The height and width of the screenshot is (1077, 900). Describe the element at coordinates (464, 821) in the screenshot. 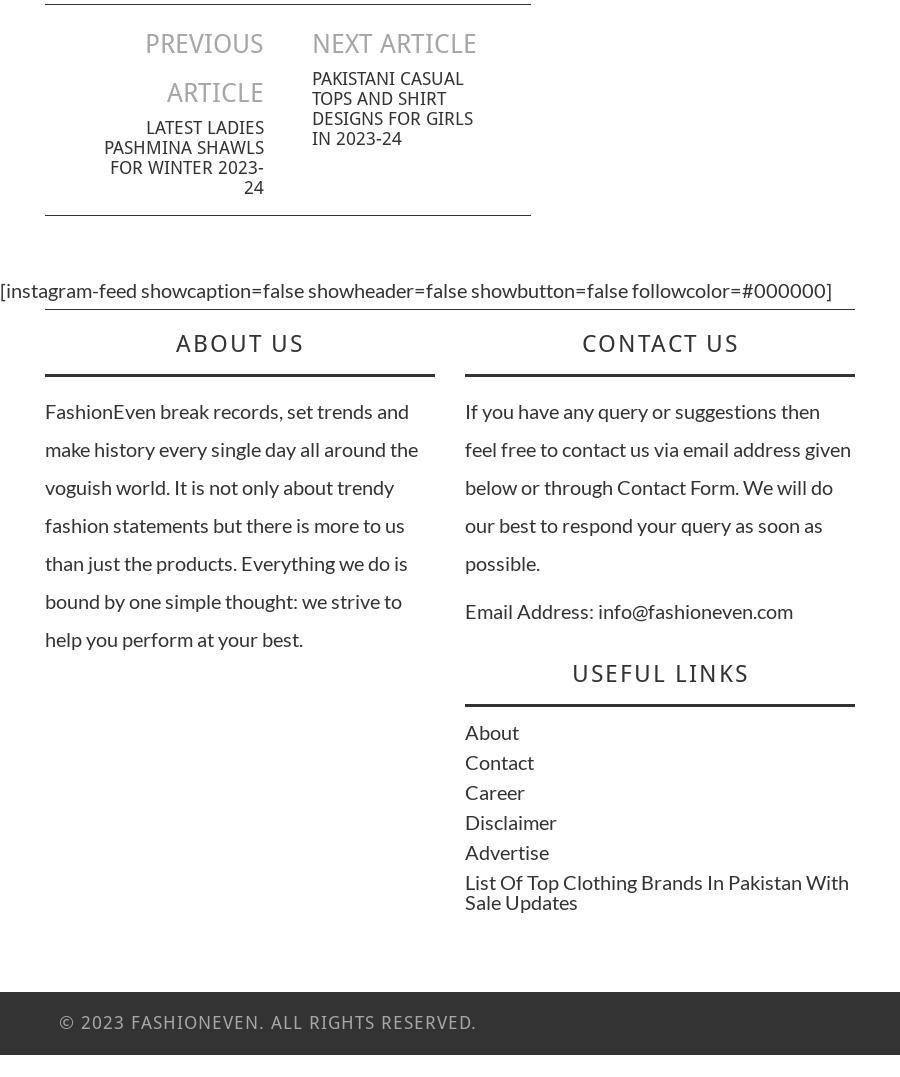

I see `'Disclaimer'` at that location.